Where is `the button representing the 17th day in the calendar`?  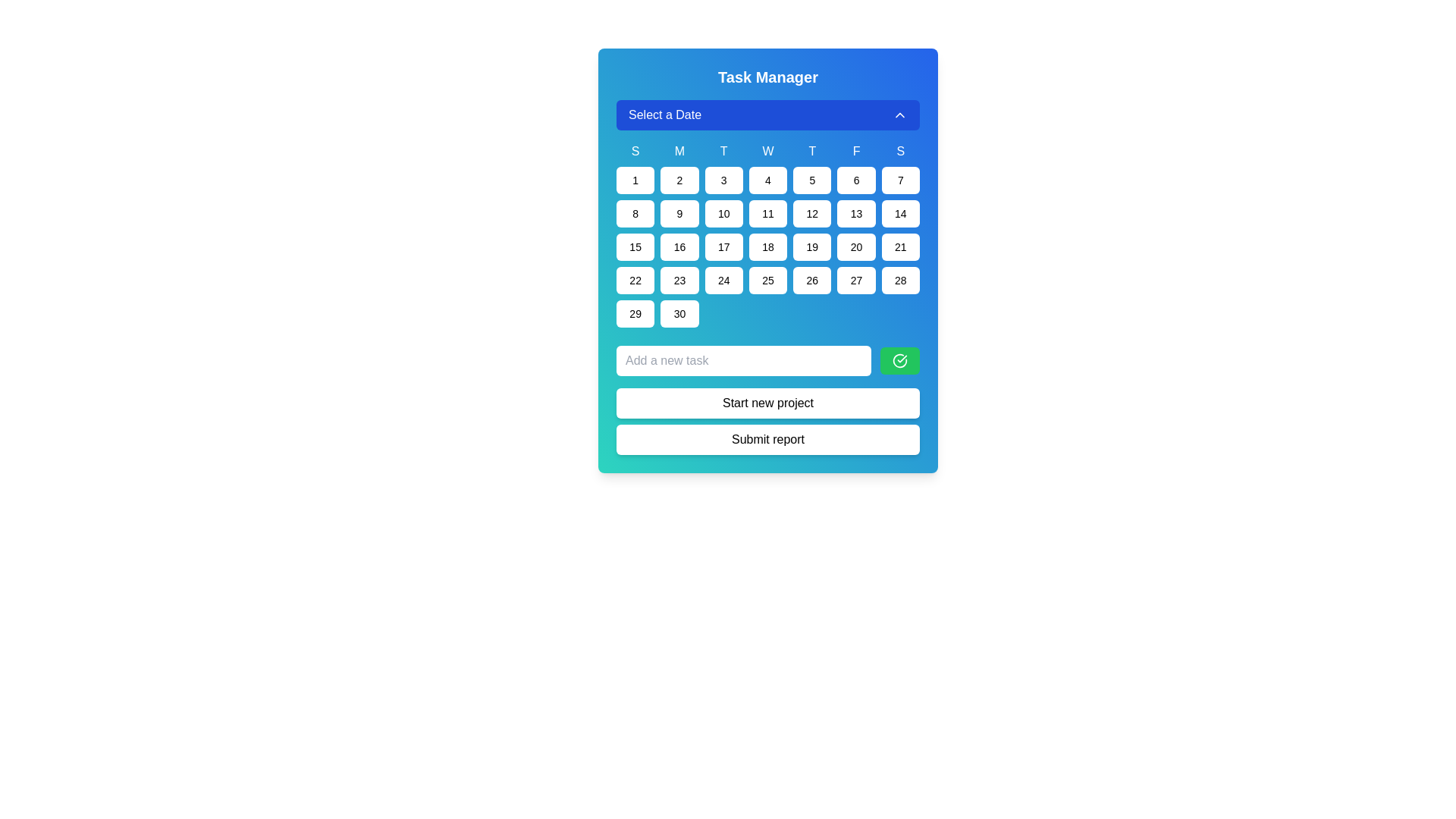 the button representing the 17th day in the calendar is located at coordinates (723, 246).